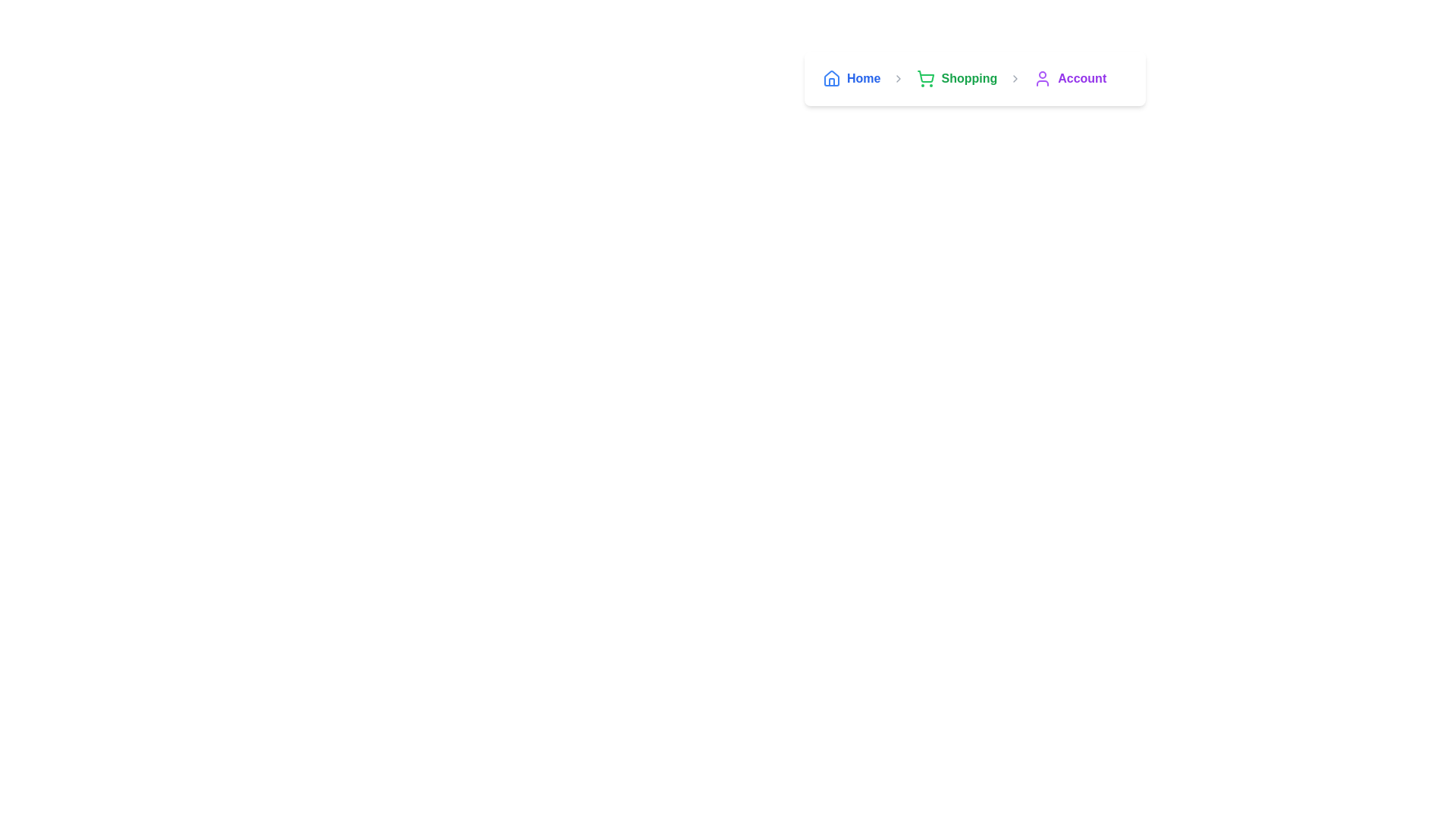 The image size is (1456, 819). What do you see at coordinates (852, 79) in the screenshot?
I see `the interactive clickable link in the upper-left region of the navigation menu for tooltip or highlighting effects` at bounding box center [852, 79].